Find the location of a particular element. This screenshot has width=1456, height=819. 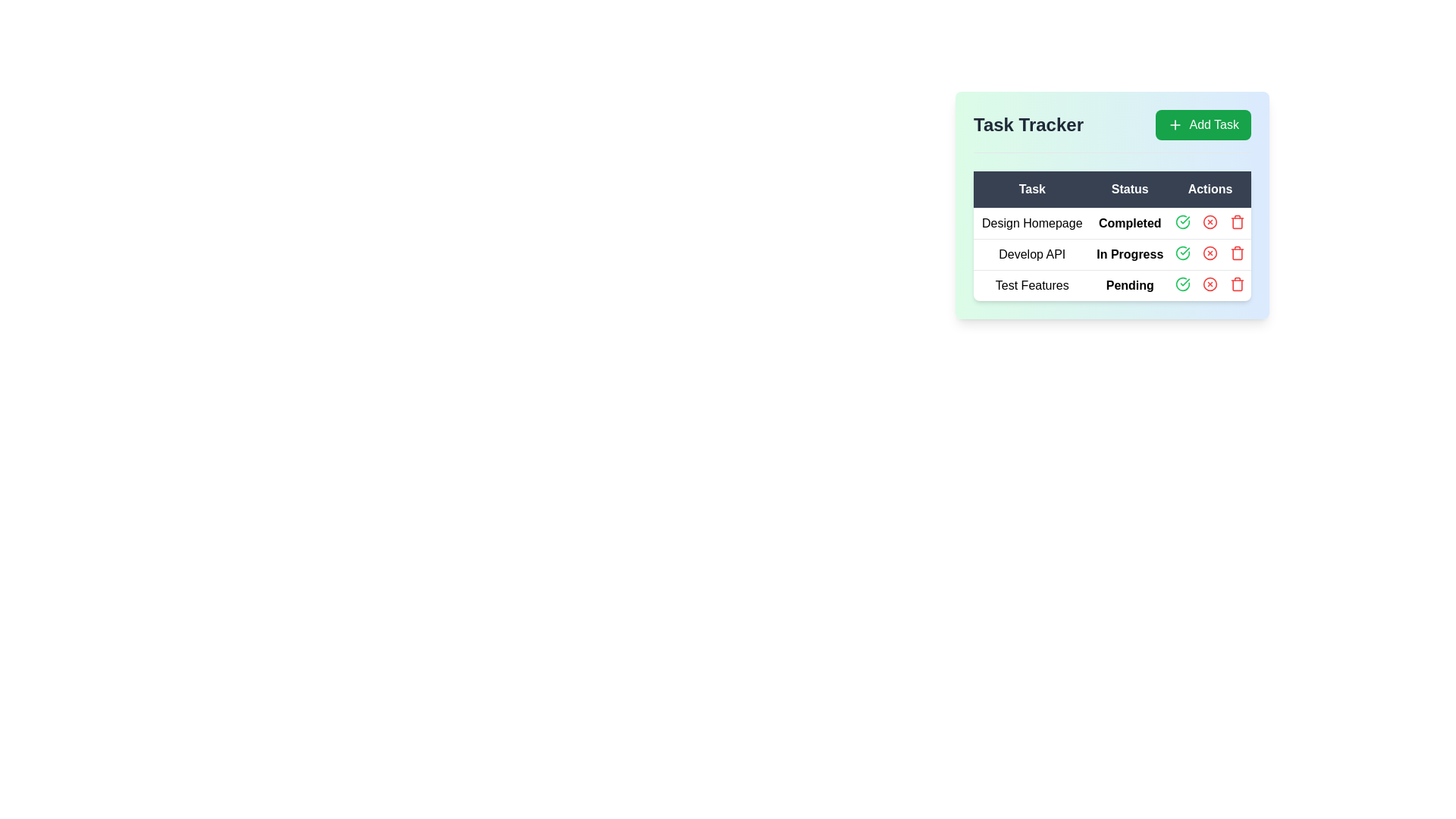

the 'In Progress' text label in the 'Status' column of the task tracker table for the 'Develop API' task is located at coordinates (1130, 253).